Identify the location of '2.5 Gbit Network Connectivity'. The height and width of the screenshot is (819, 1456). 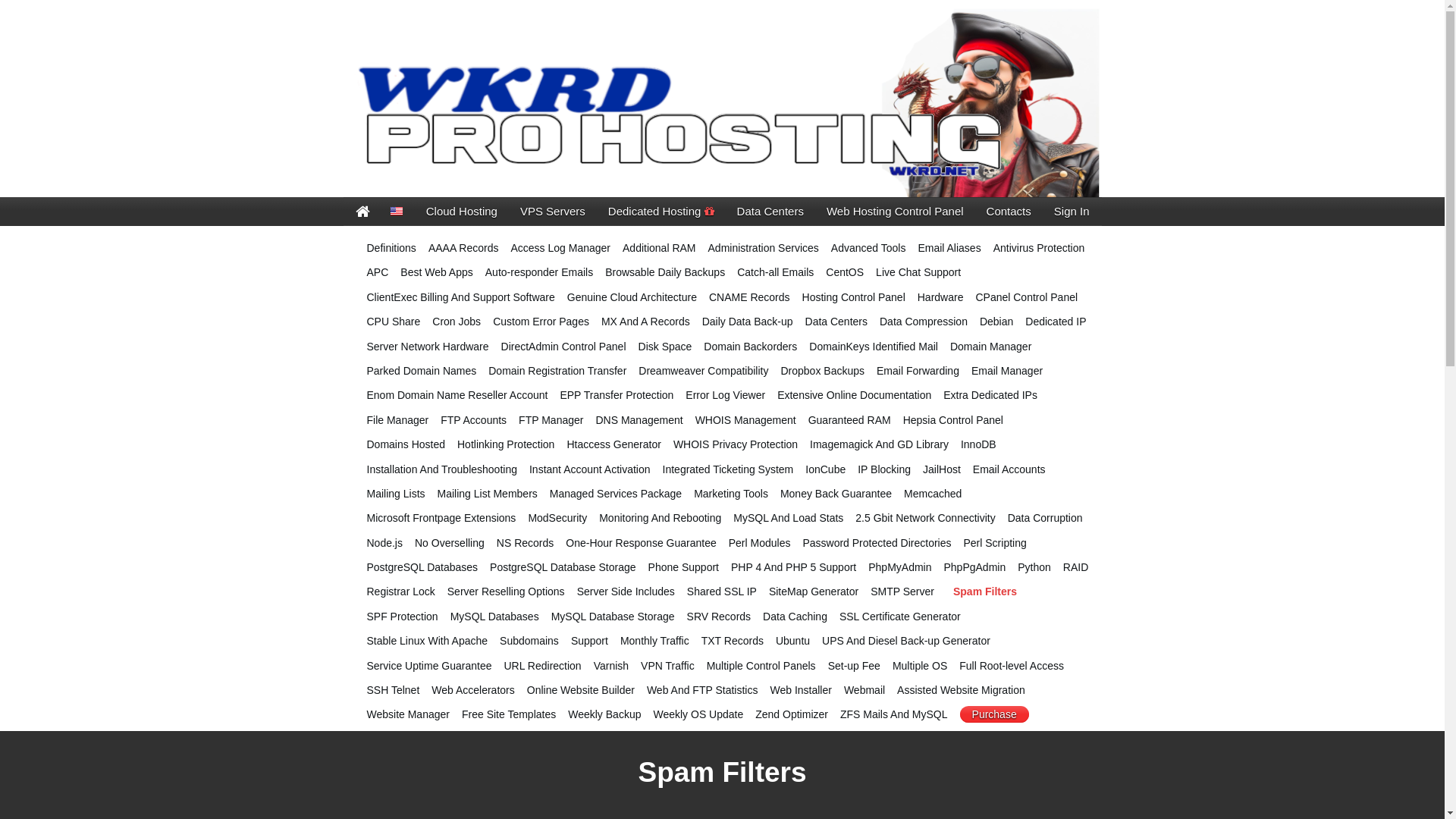
(855, 516).